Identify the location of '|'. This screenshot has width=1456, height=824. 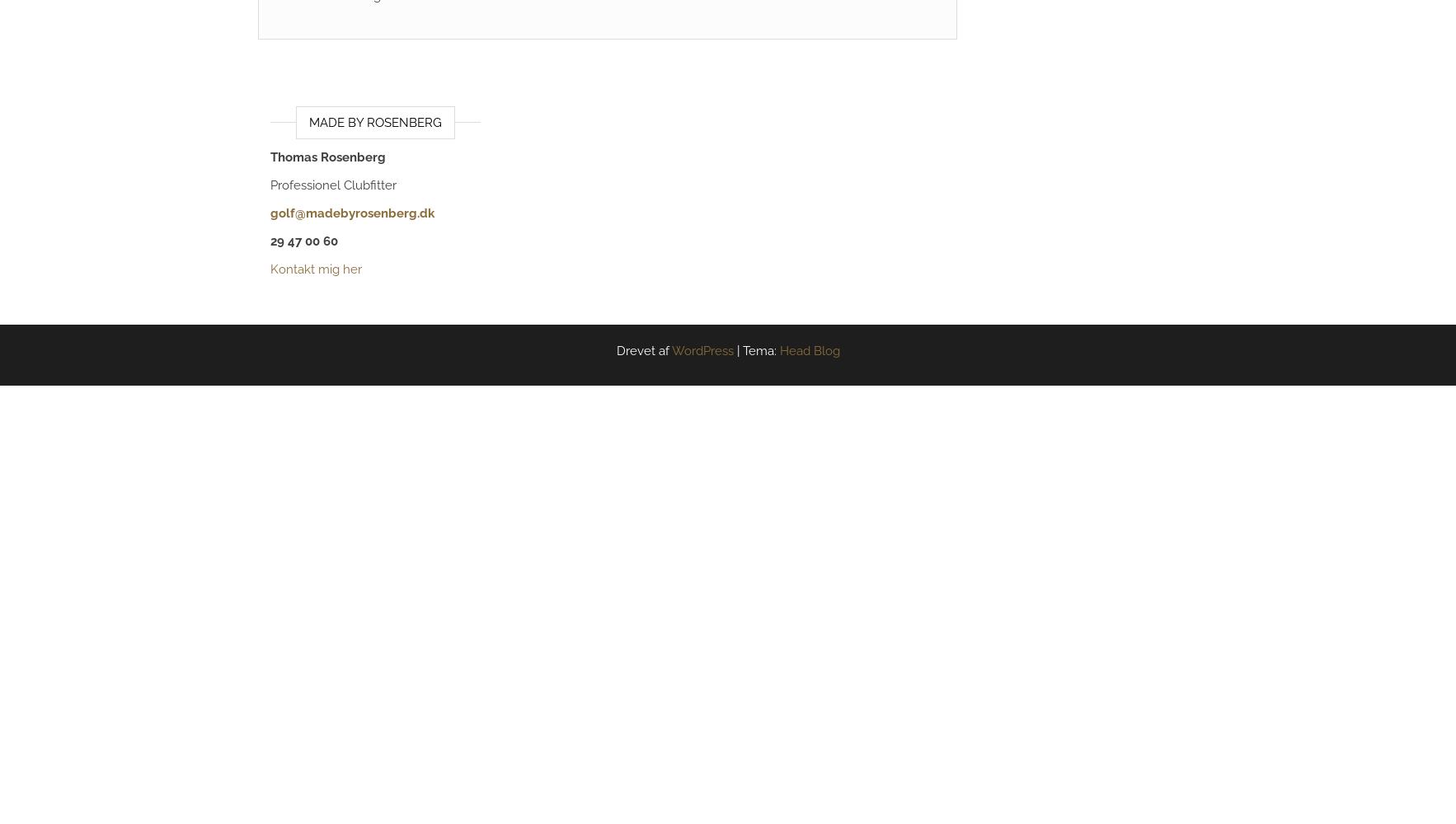
(738, 351).